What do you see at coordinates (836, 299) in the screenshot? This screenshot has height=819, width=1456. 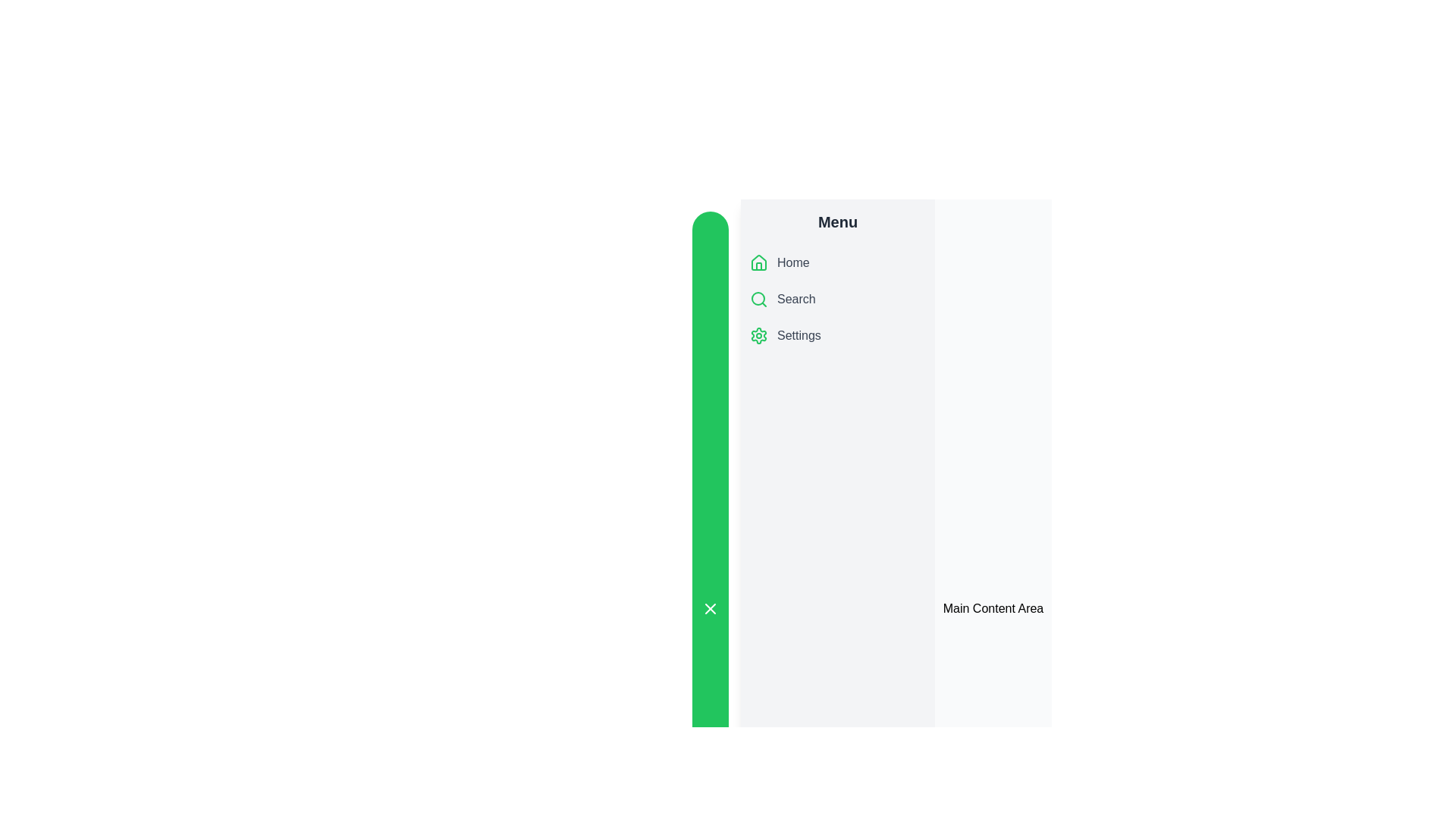 I see `the menu item Search to select it` at bounding box center [836, 299].